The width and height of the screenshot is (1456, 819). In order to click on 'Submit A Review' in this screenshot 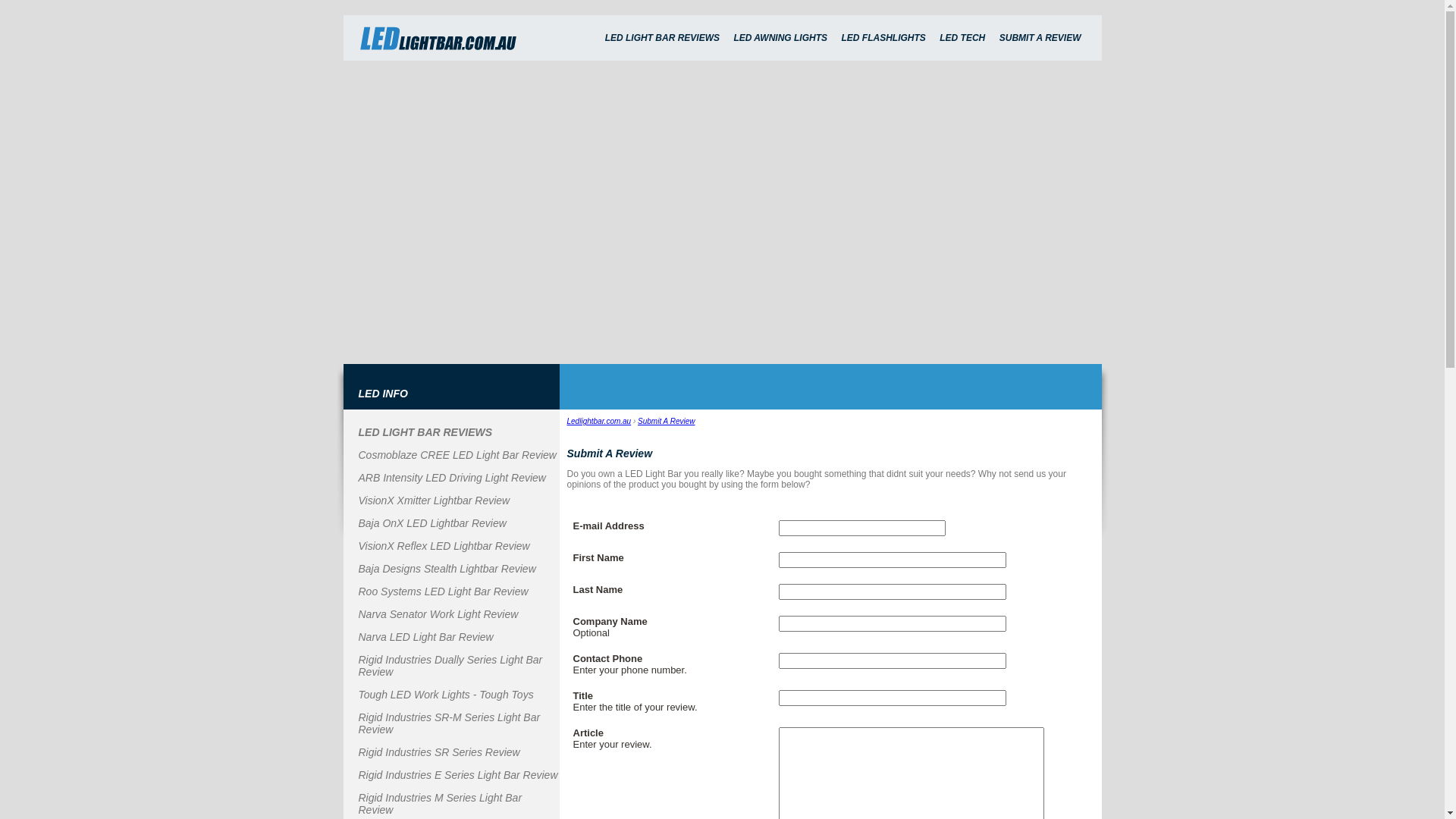, I will do `click(666, 421)`.